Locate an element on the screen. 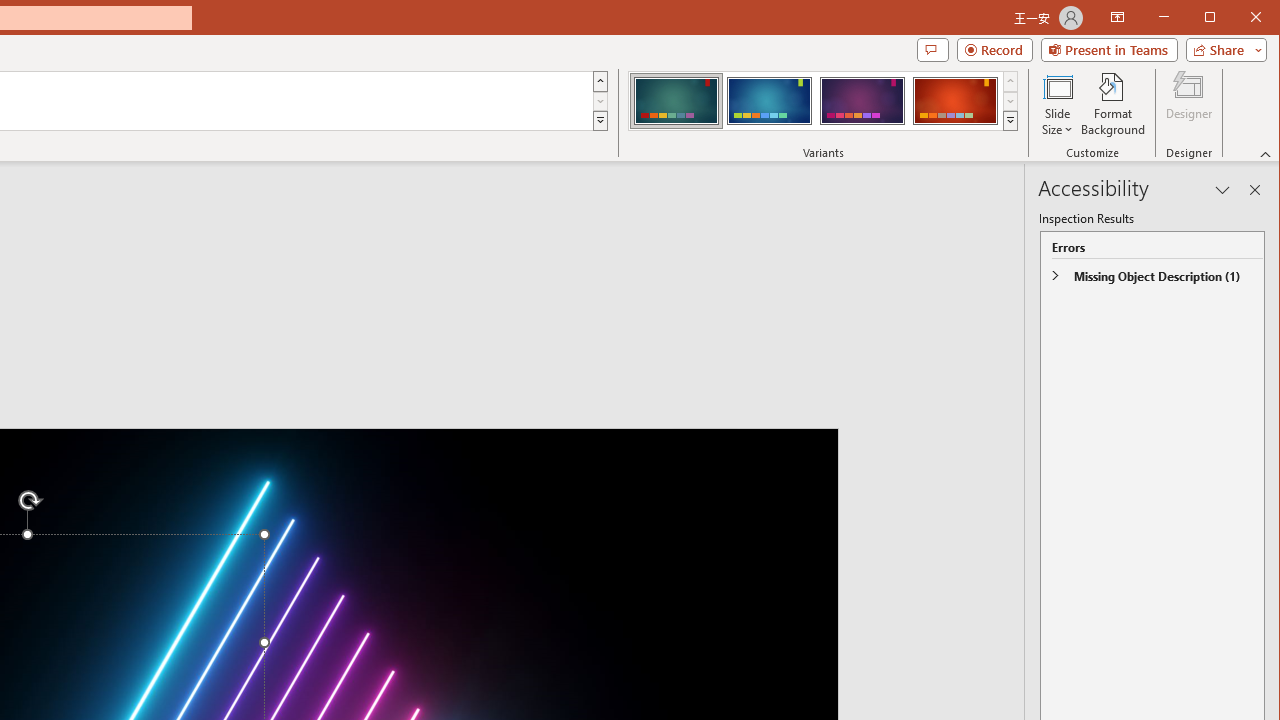 The height and width of the screenshot is (720, 1280). 'Variants' is located at coordinates (1010, 120).